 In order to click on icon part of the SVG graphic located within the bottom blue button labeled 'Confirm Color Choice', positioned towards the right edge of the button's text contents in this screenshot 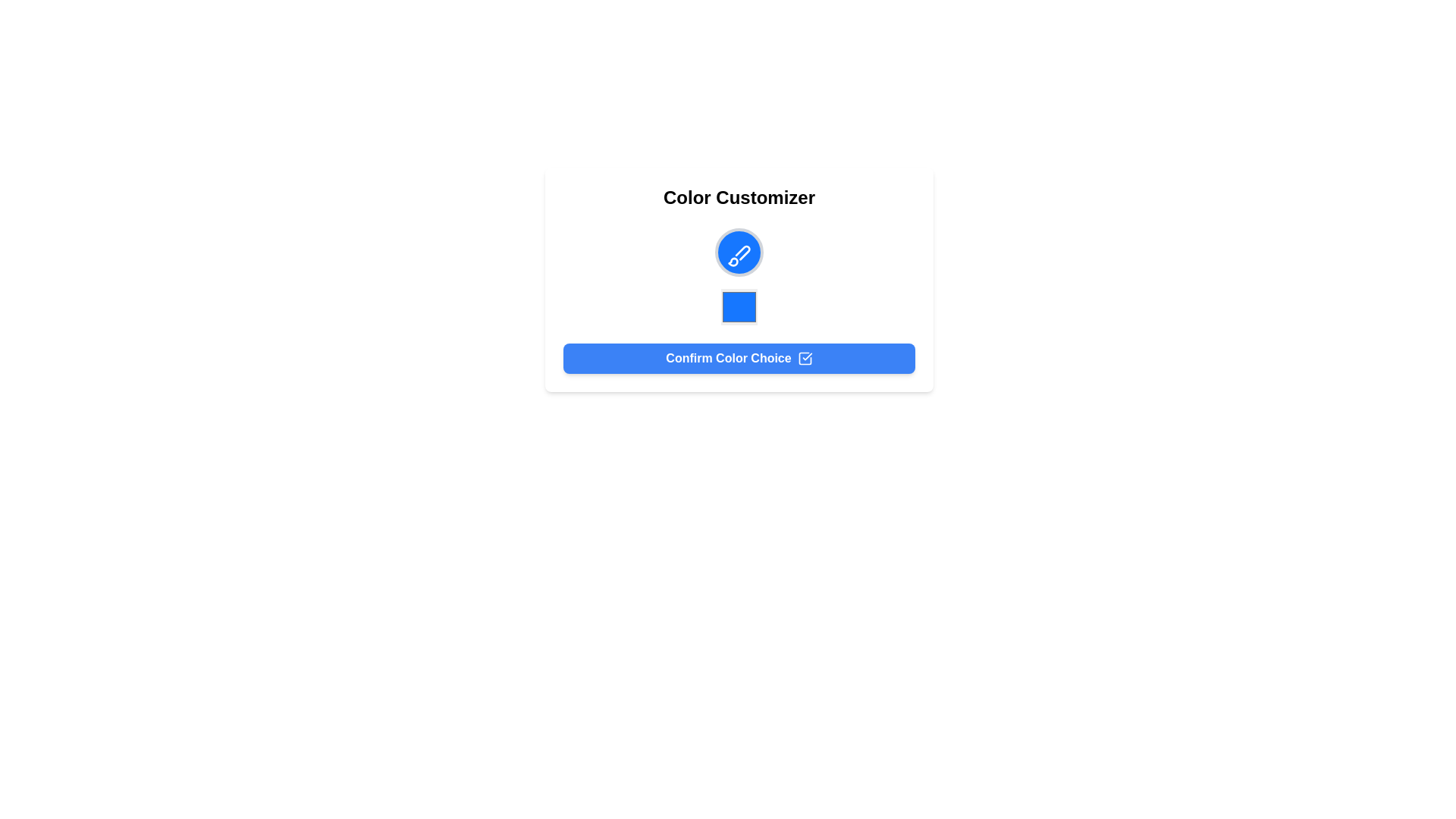, I will do `click(804, 359)`.